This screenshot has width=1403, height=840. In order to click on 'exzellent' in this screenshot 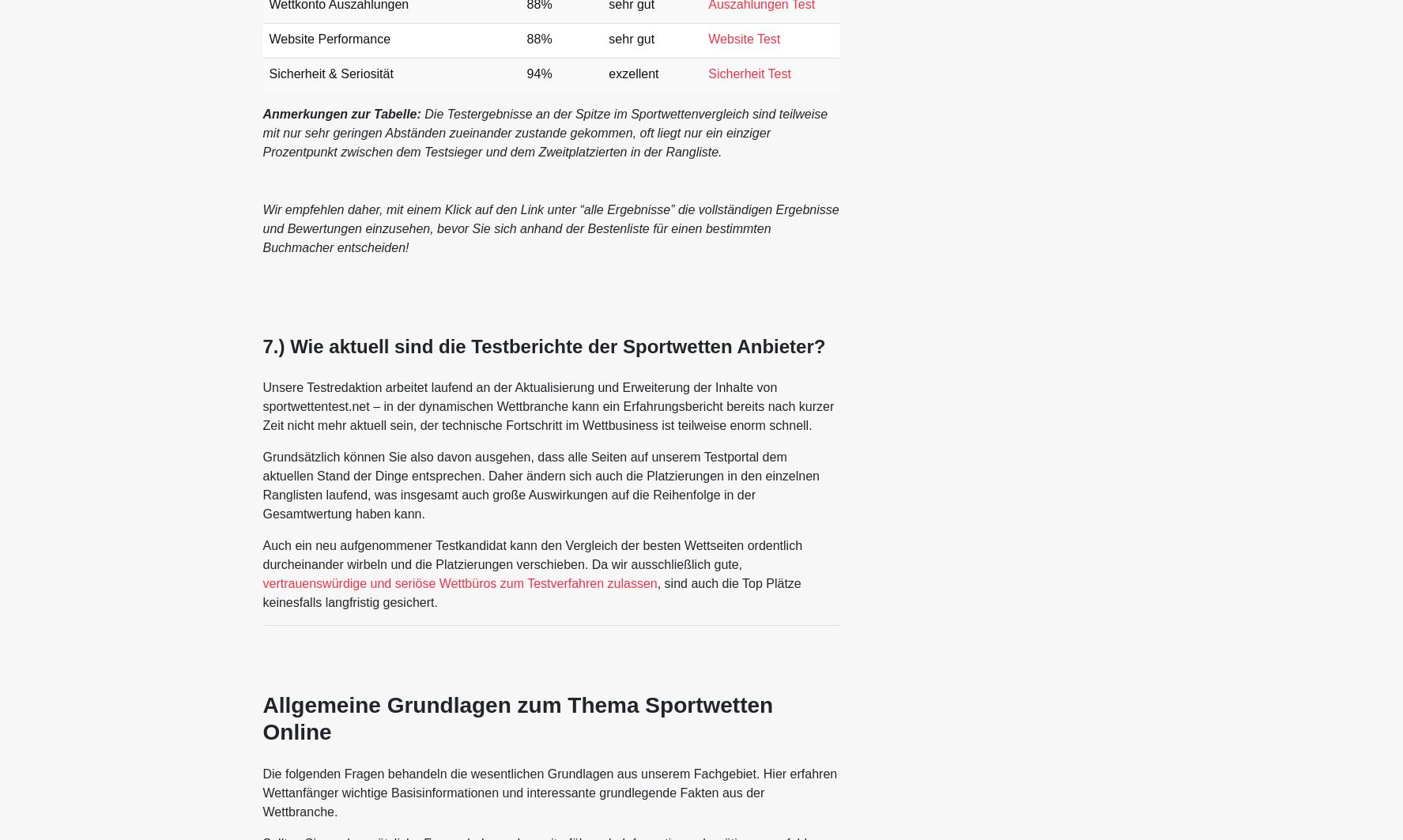, I will do `click(608, 73)`.